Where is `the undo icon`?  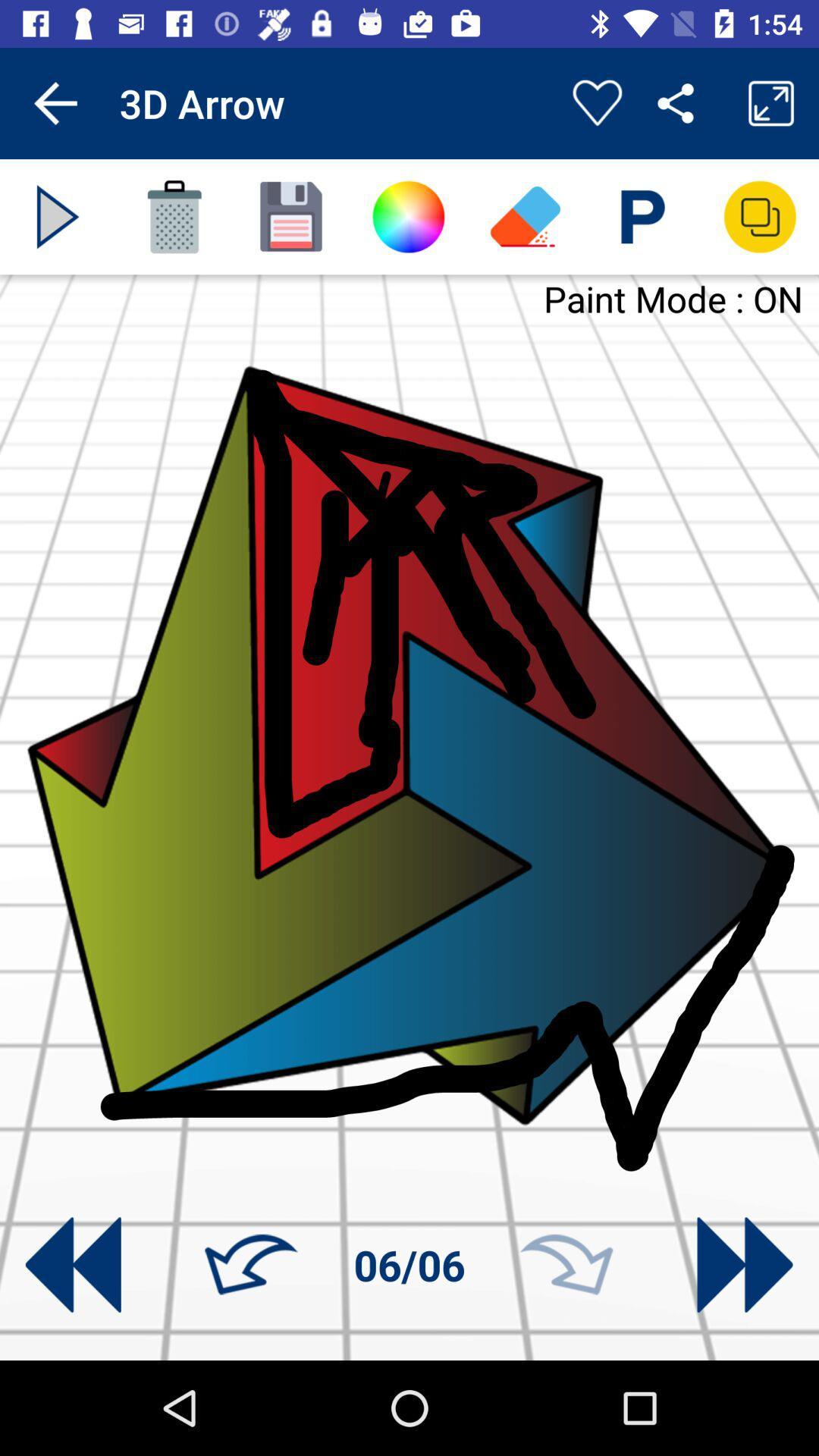 the undo icon is located at coordinates (250, 1265).